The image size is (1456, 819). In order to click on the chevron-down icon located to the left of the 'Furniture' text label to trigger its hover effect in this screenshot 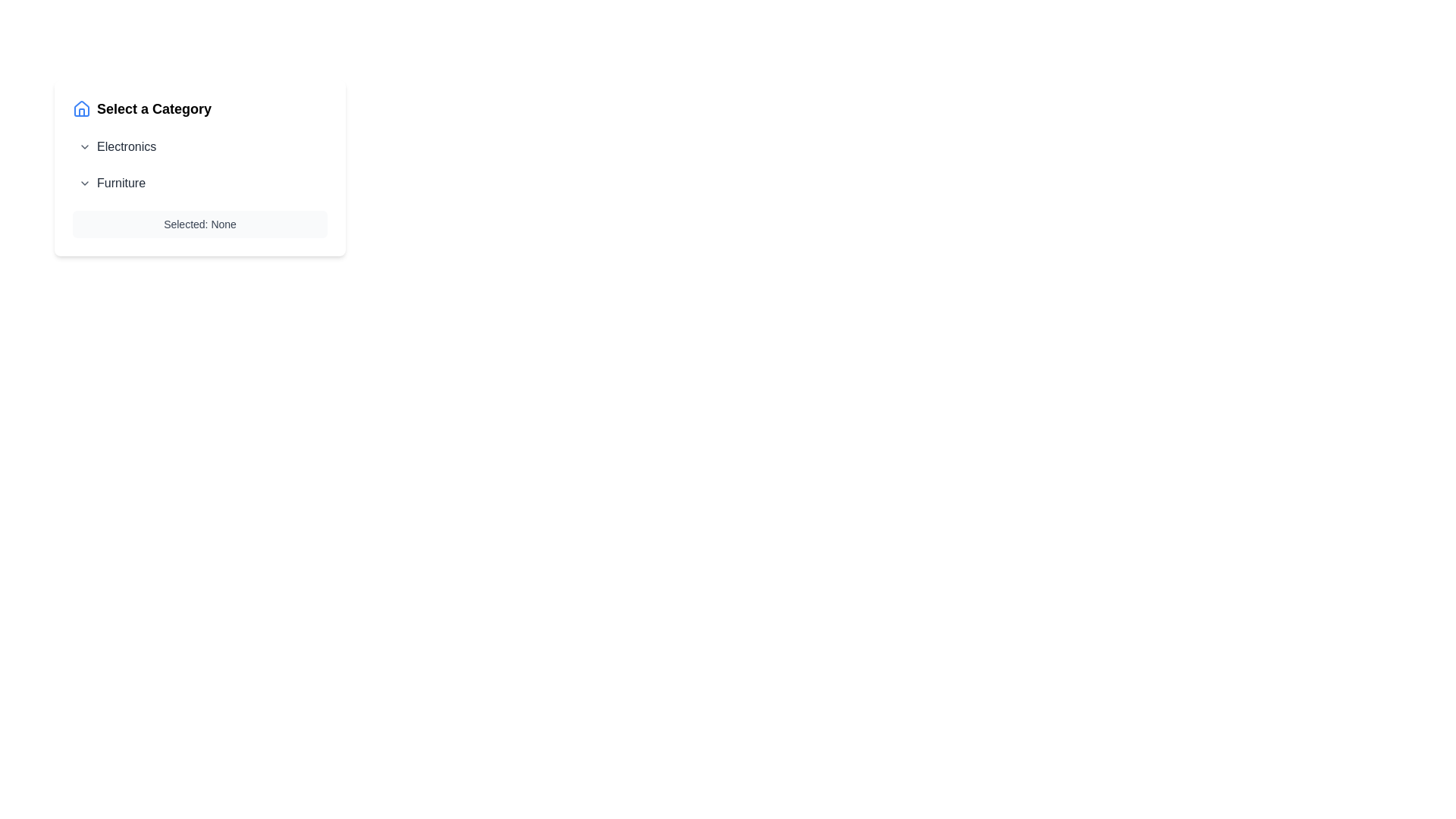, I will do `click(83, 183)`.